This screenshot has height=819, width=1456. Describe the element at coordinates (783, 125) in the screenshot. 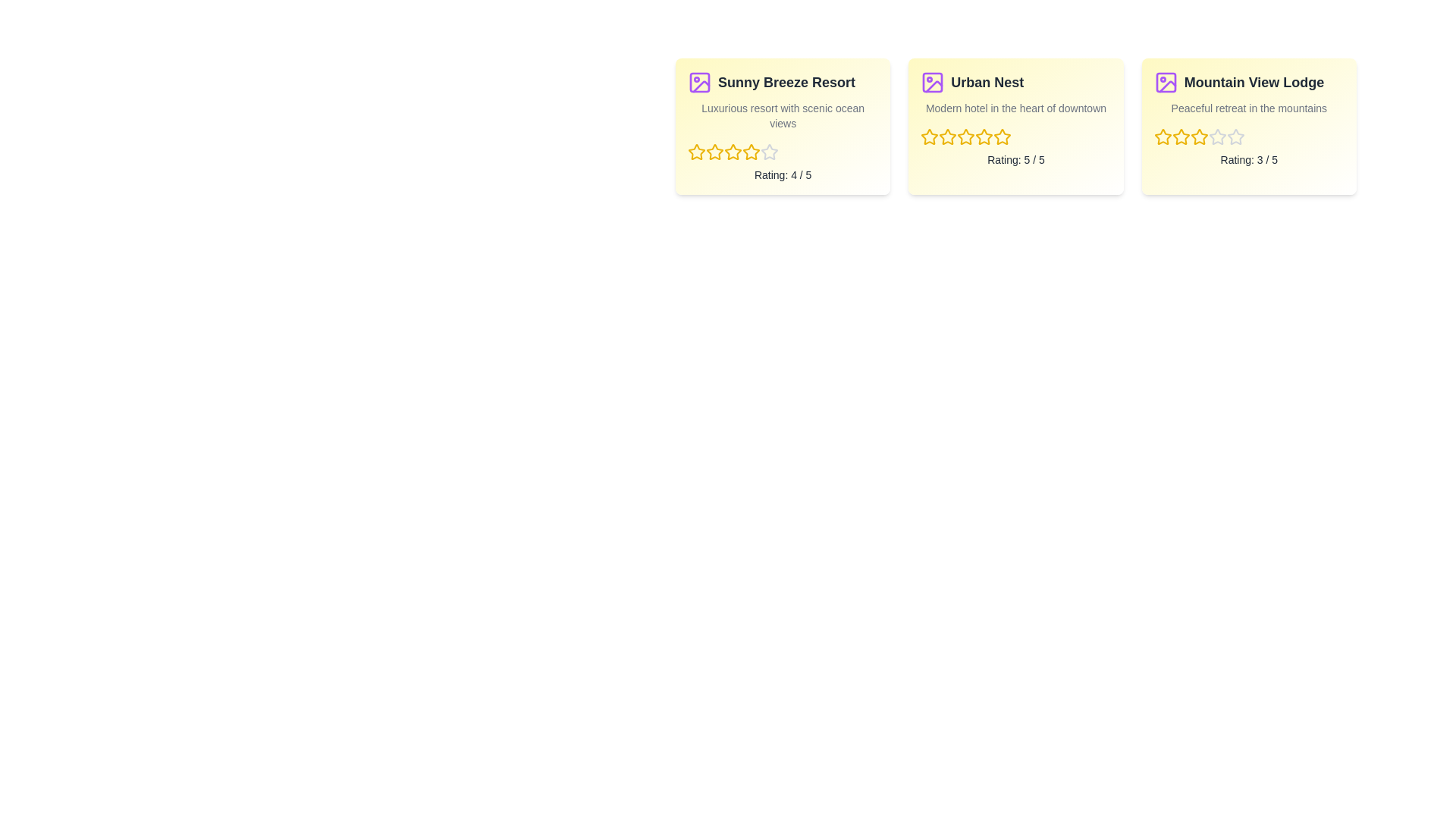

I see `the hotel card for Sunny Breeze Resort` at that location.